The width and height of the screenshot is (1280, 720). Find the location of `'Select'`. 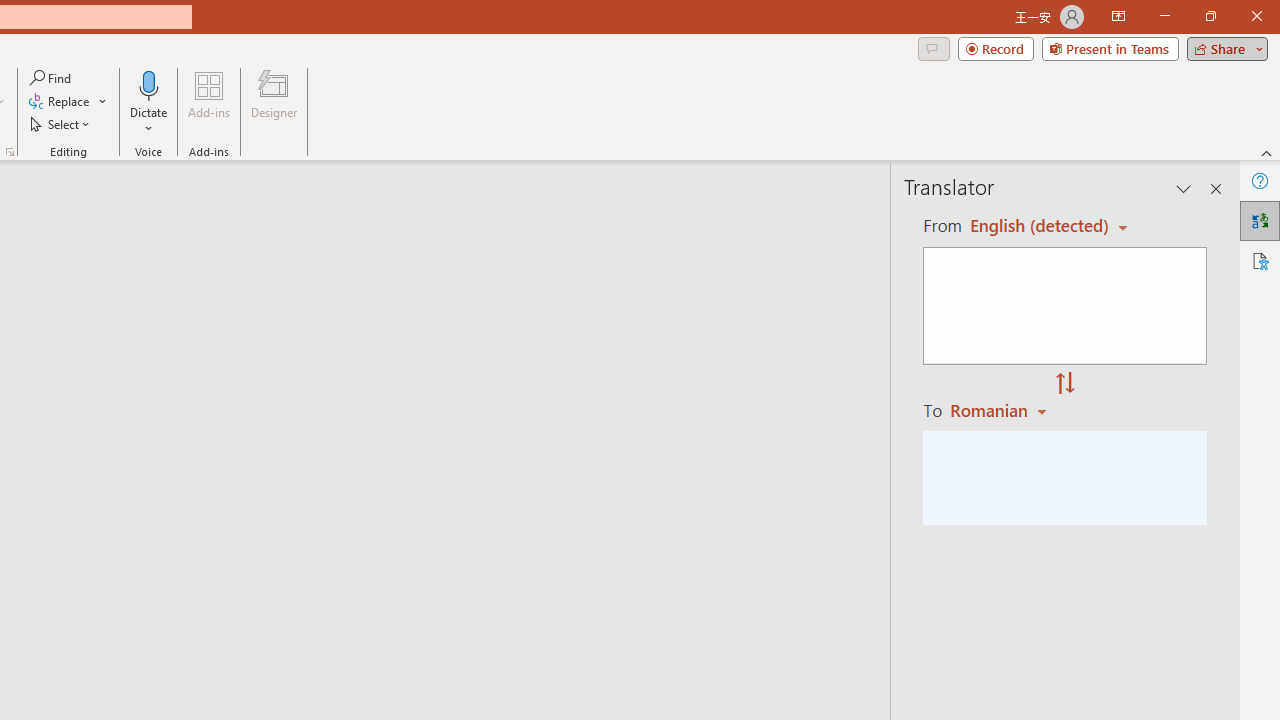

'Select' is located at coordinates (61, 124).